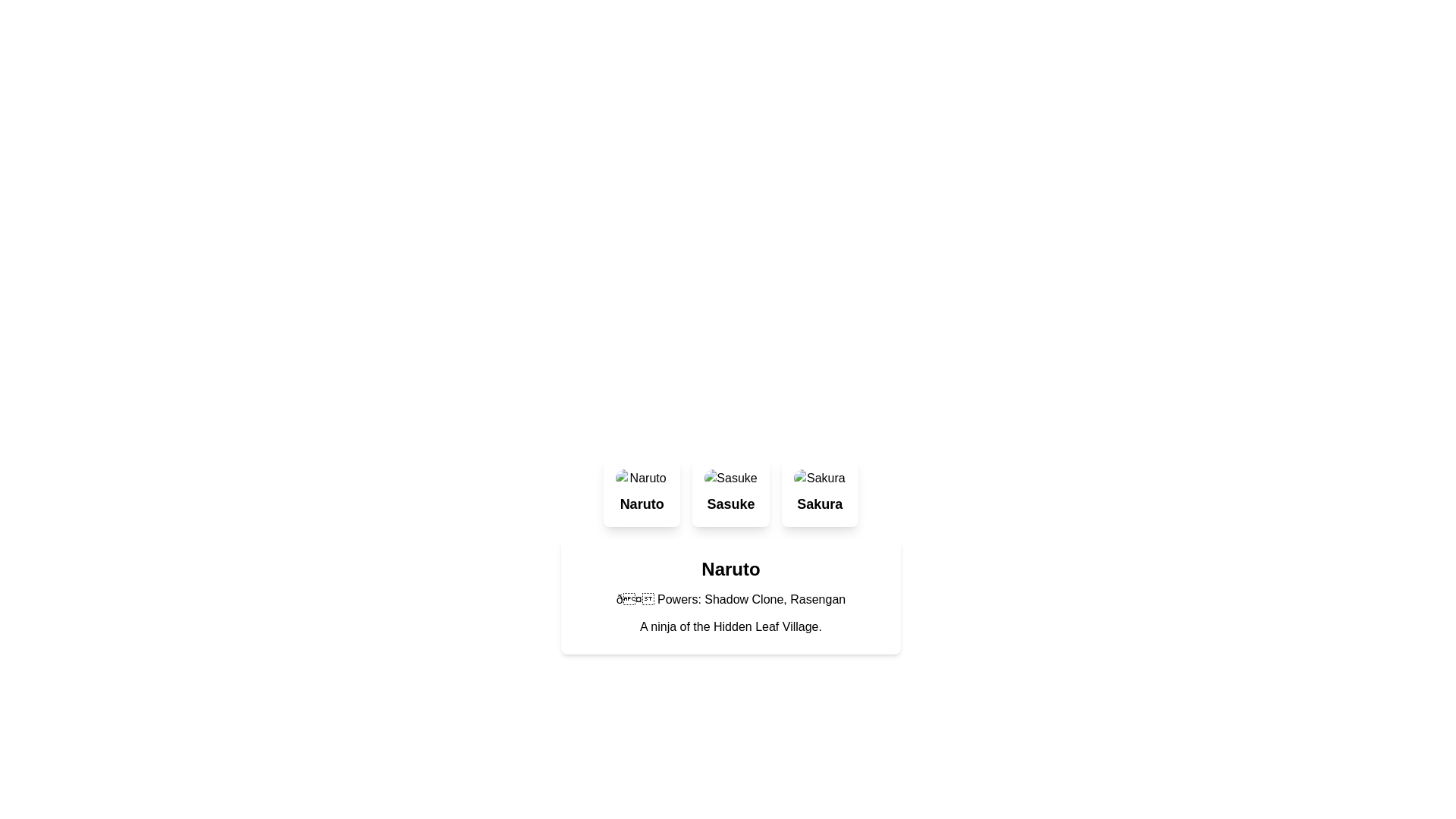 This screenshot has height=819, width=1456. I want to click on the 'Naruto' character icon located at the top section of the first card layout, so click(642, 479).